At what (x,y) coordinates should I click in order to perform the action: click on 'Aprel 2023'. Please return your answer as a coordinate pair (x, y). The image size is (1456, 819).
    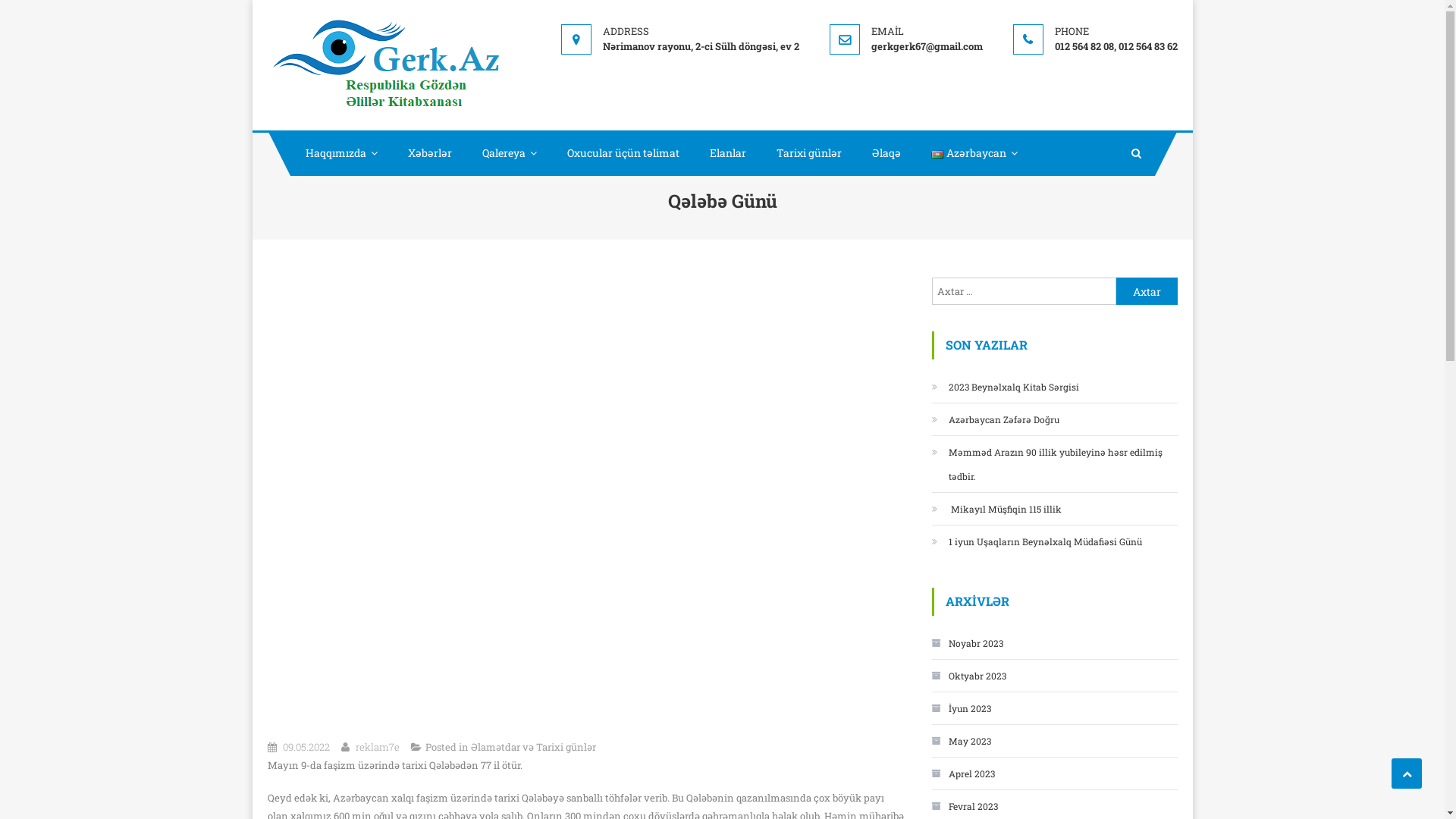
    Looking at the image, I should click on (962, 773).